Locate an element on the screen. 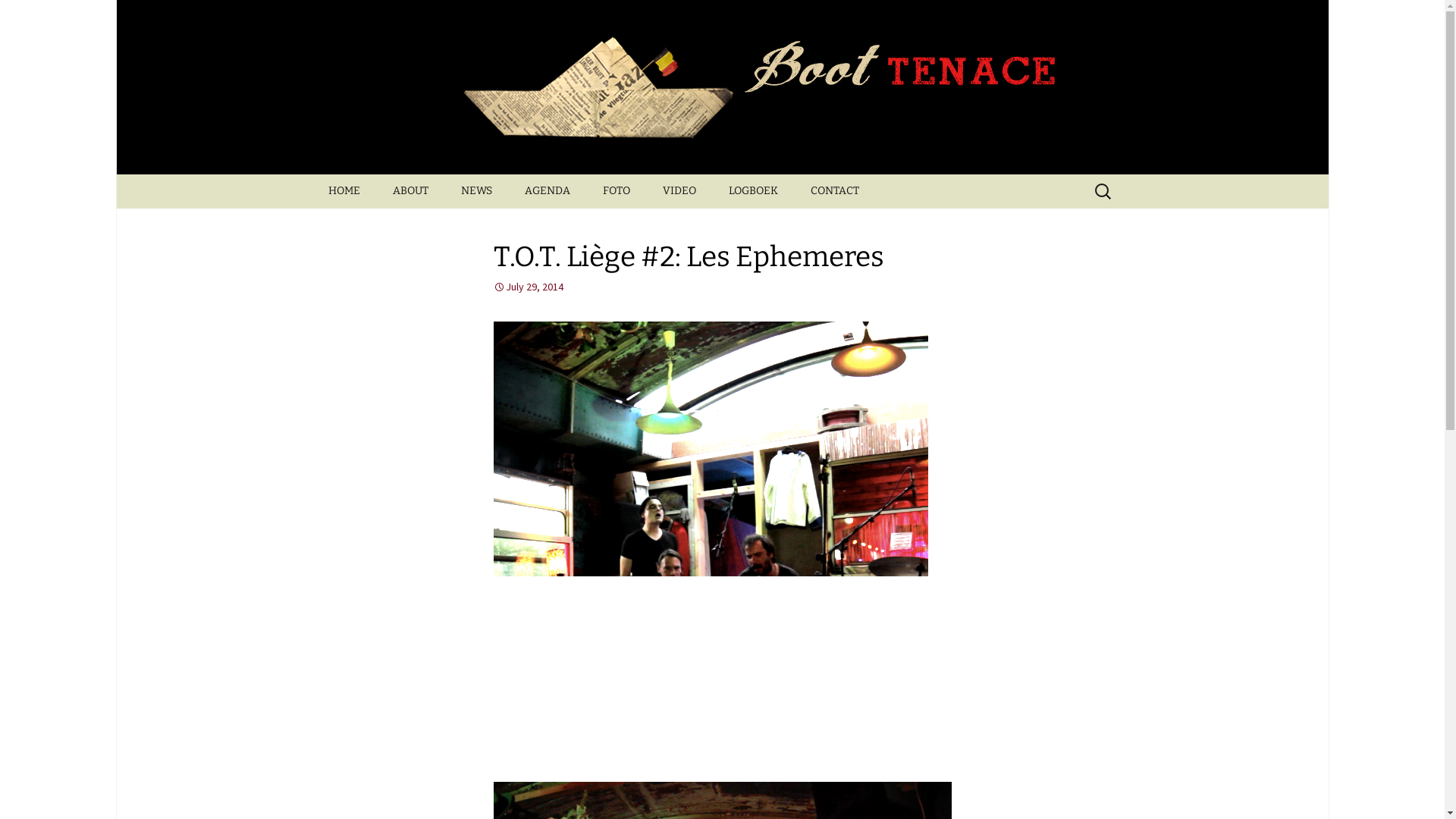 The height and width of the screenshot is (819, 1456). 'CONTACT' is located at coordinates (833, 190).